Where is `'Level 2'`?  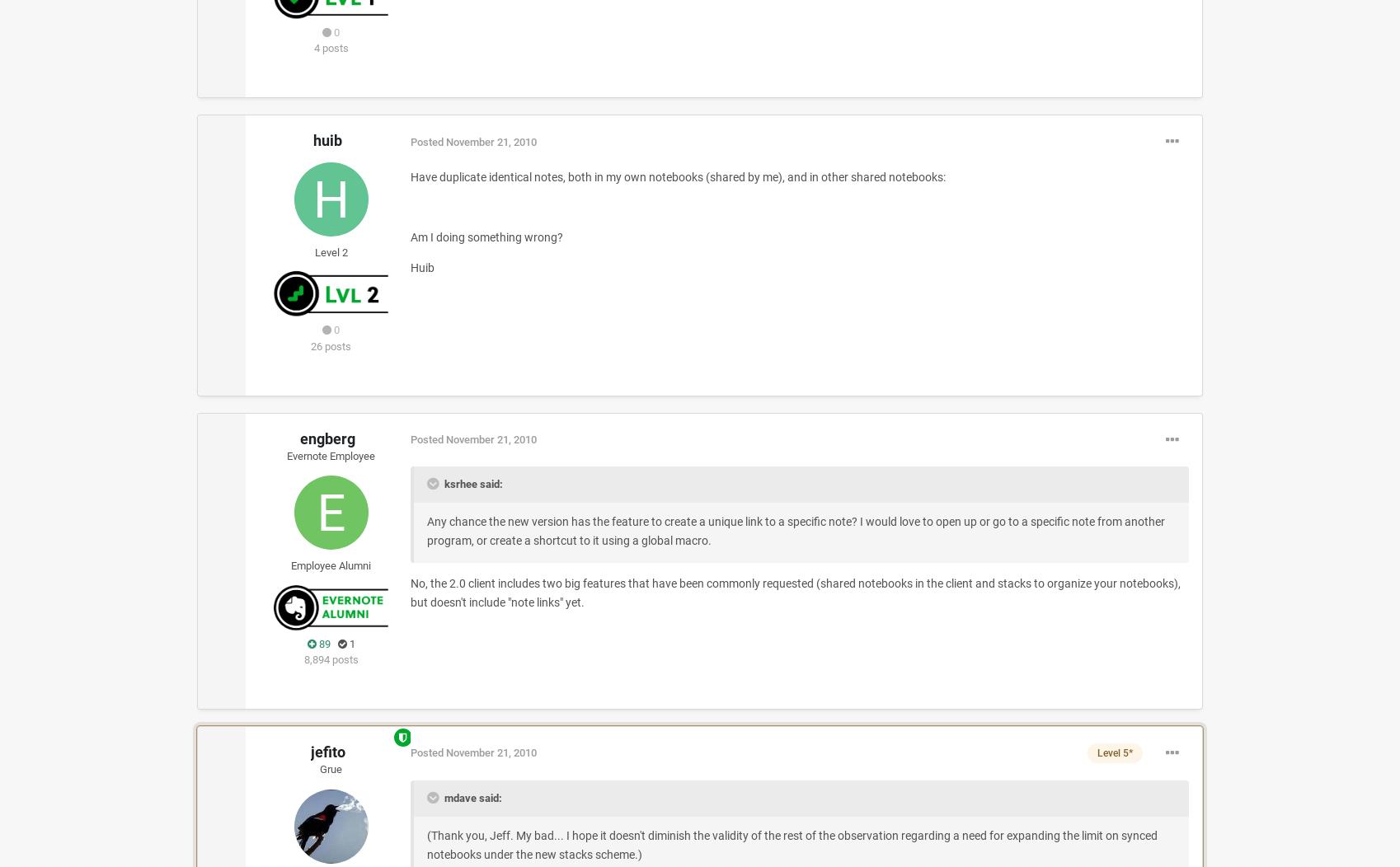 'Level 2' is located at coordinates (331, 251).